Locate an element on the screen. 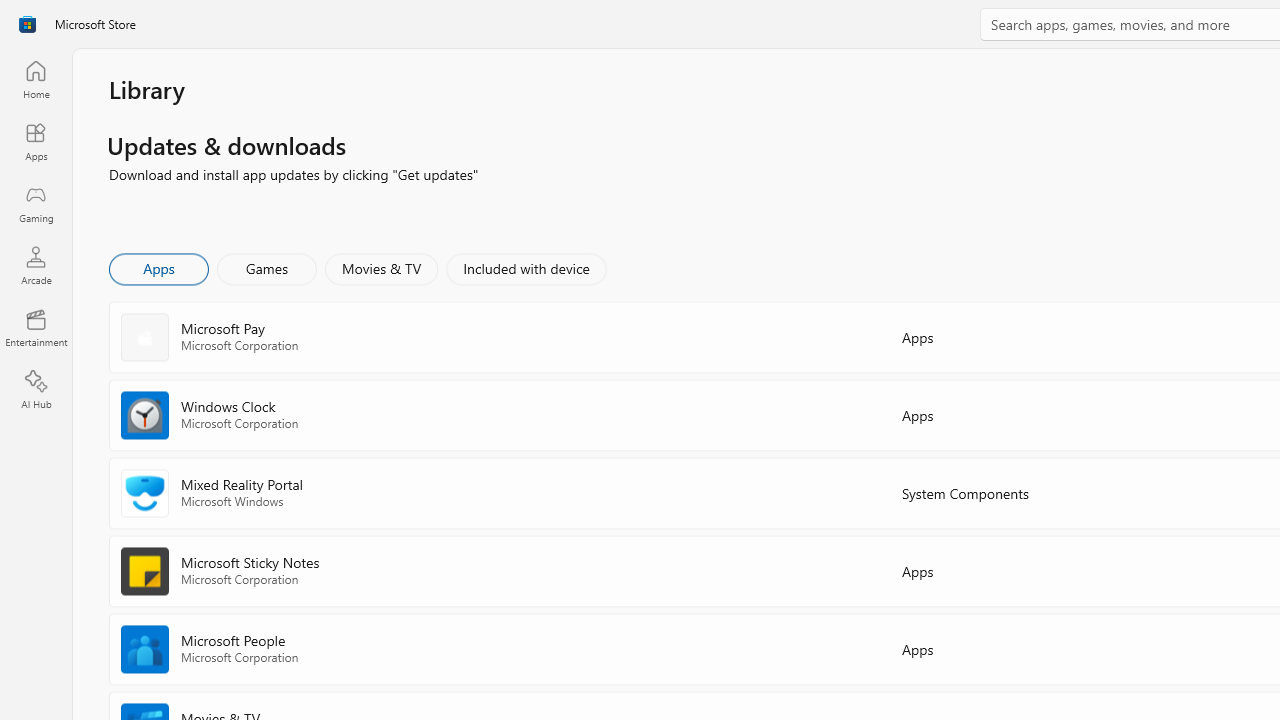 This screenshot has width=1280, height=720. 'Arcade' is located at coordinates (35, 264).